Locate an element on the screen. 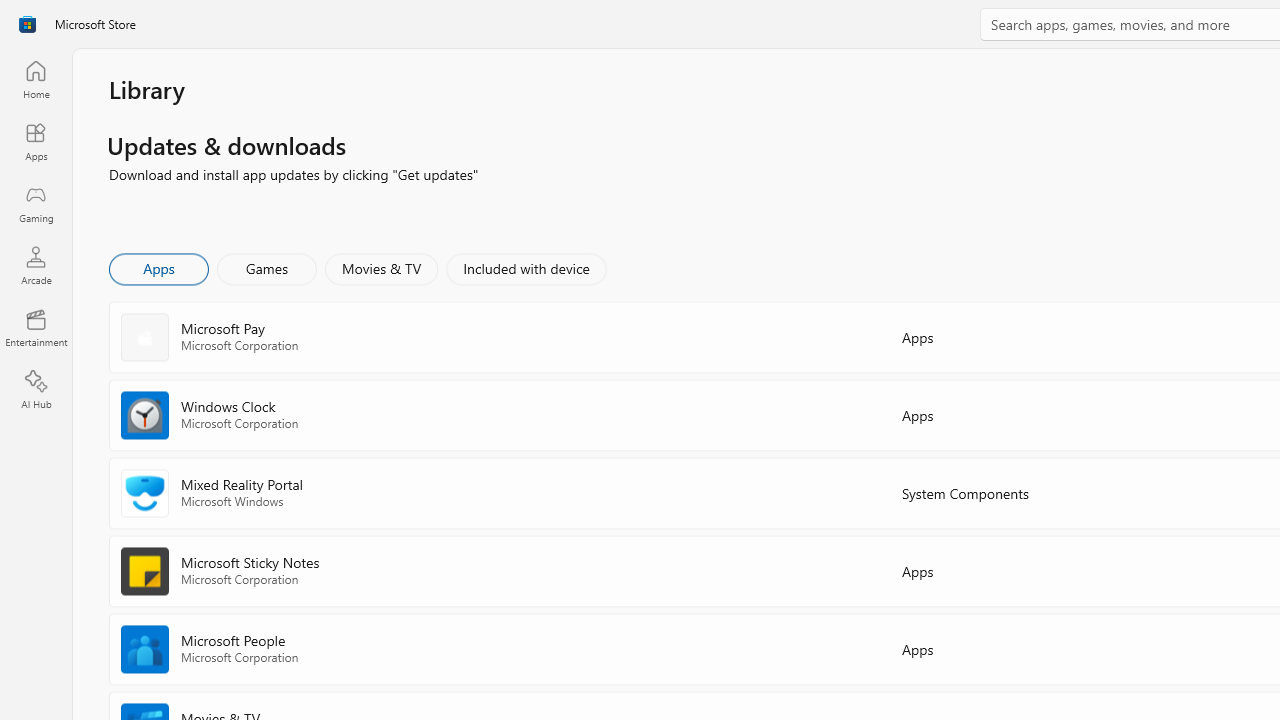 This screenshot has width=1280, height=720. 'Arcade' is located at coordinates (35, 264).